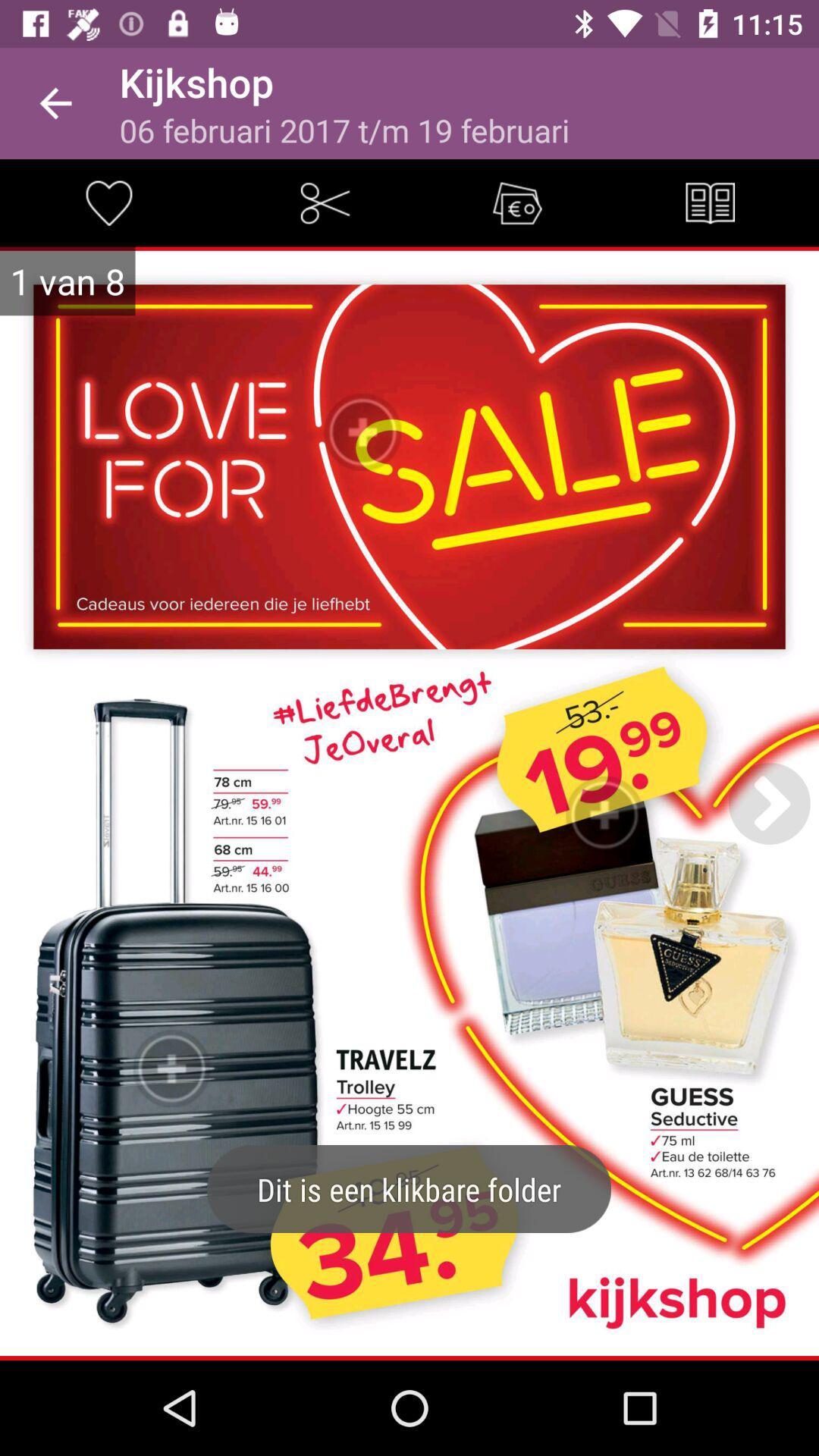 The width and height of the screenshot is (819, 1456). Describe the element at coordinates (107, 202) in the screenshot. I see `this item` at that location.